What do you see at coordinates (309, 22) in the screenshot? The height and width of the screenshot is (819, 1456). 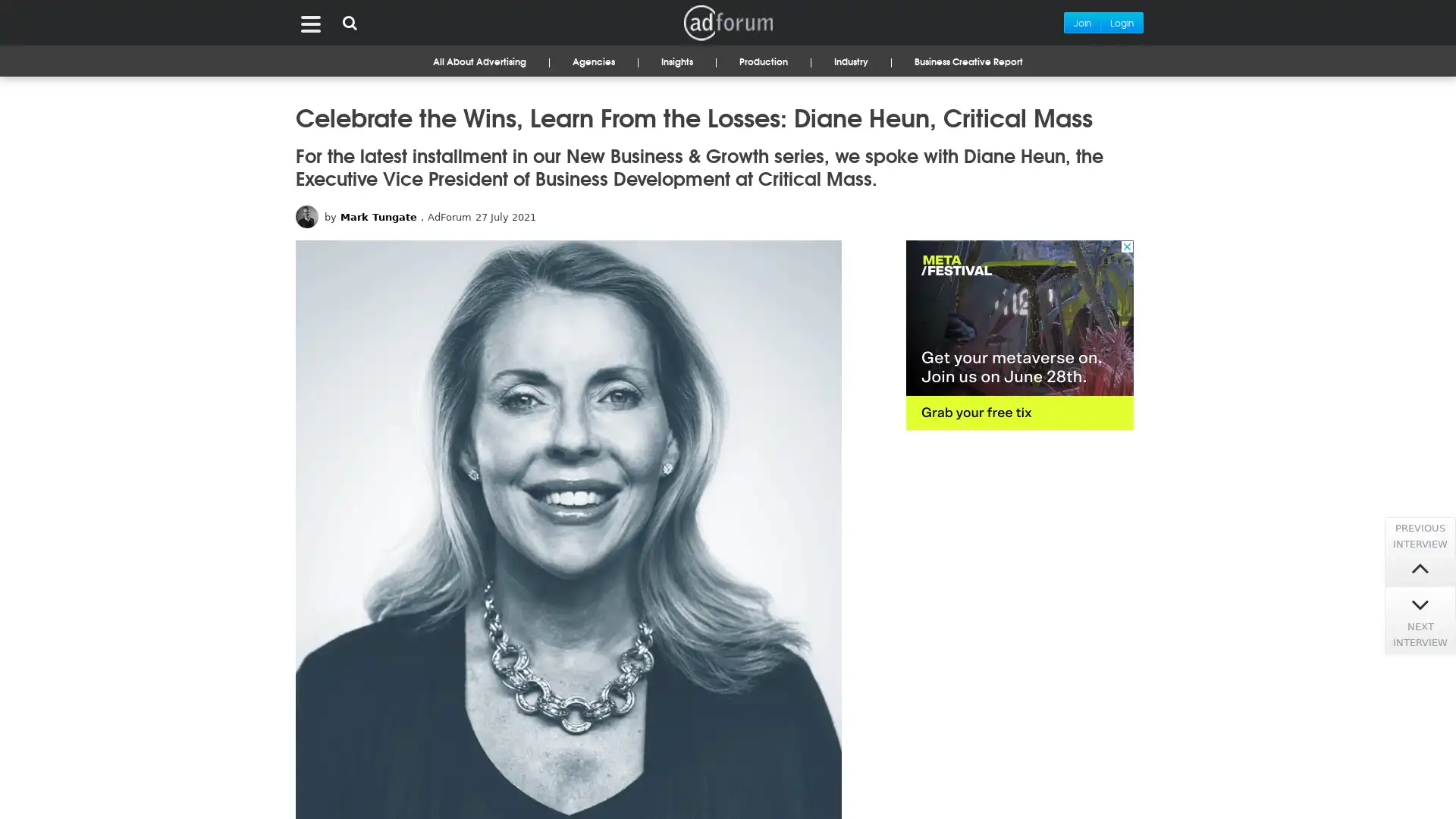 I see `Menu` at bounding box center [309, 22].